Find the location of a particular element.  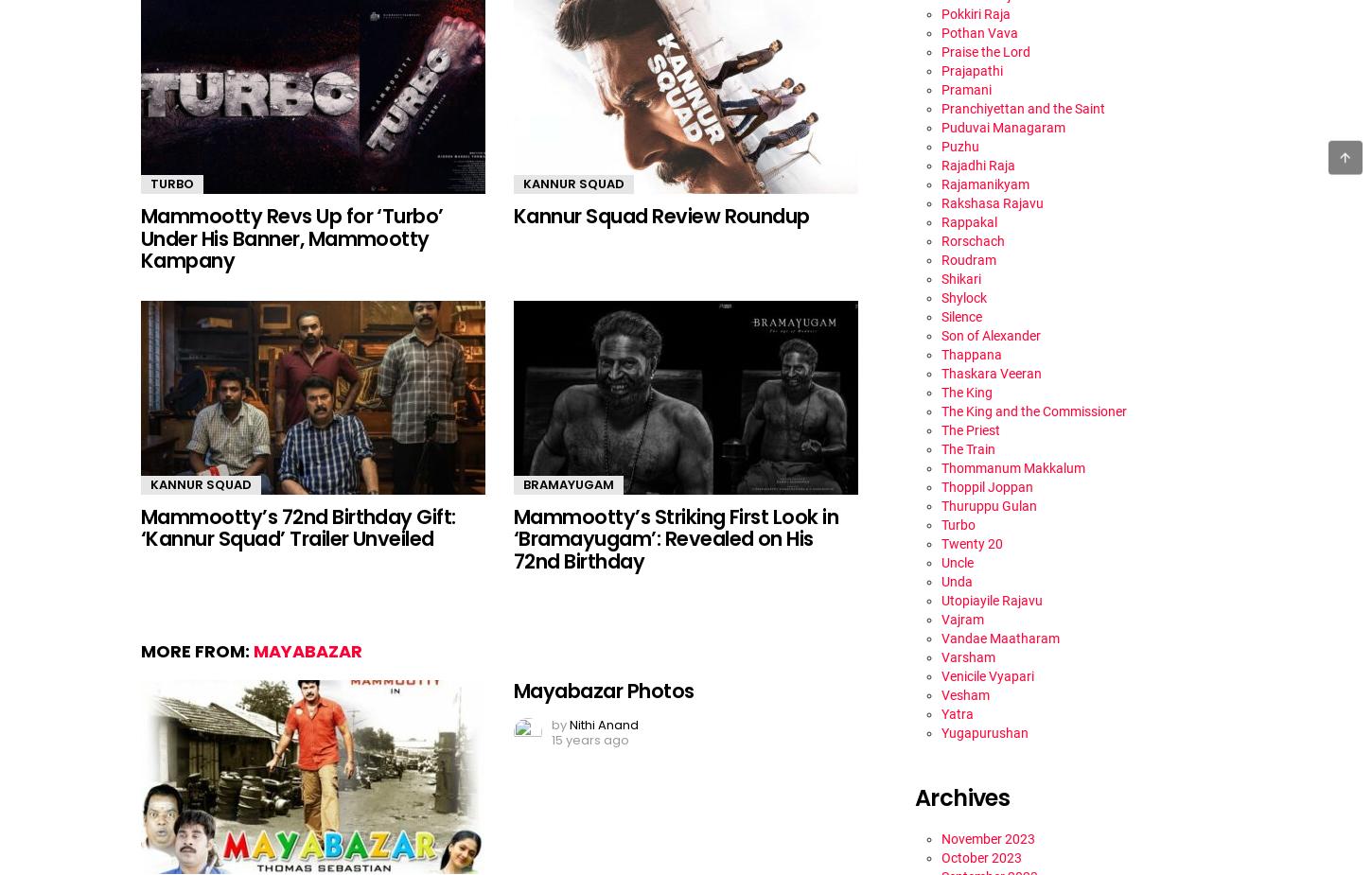

'Varsham' is located at coordinates (941, 656).